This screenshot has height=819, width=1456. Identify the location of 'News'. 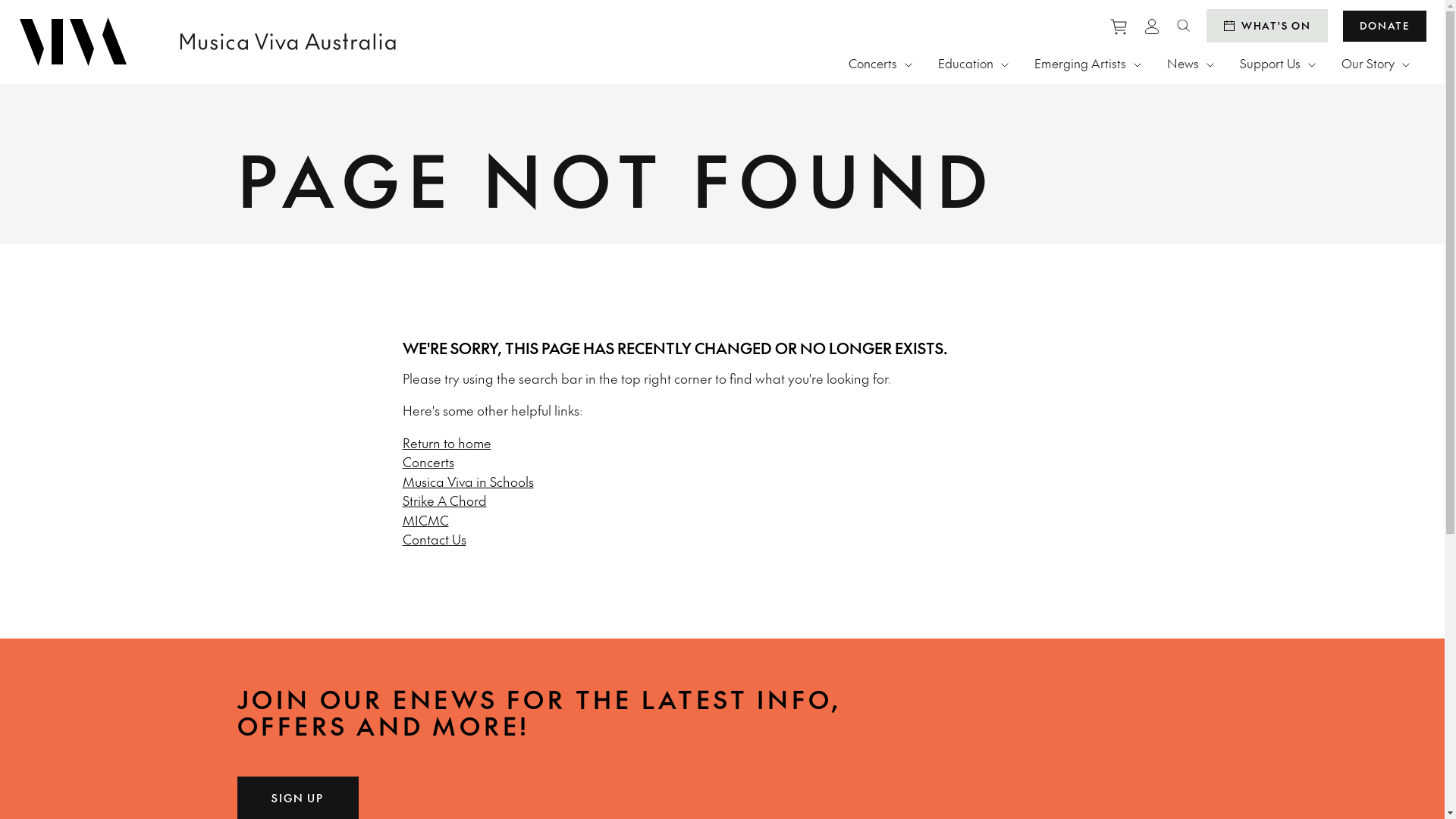
(1189, 62).